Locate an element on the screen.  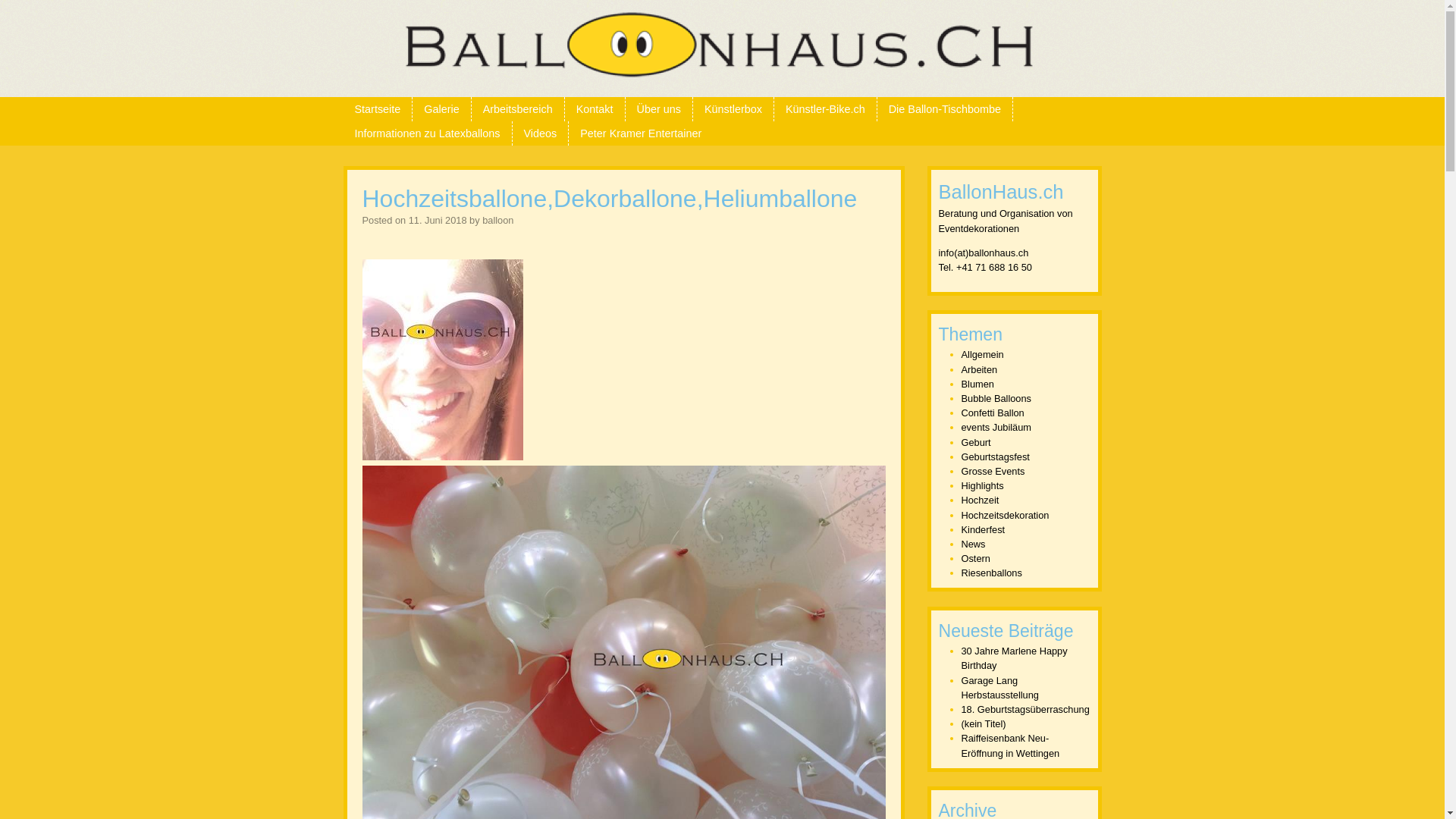
'Ostern' is located at coordinates (960, 558).